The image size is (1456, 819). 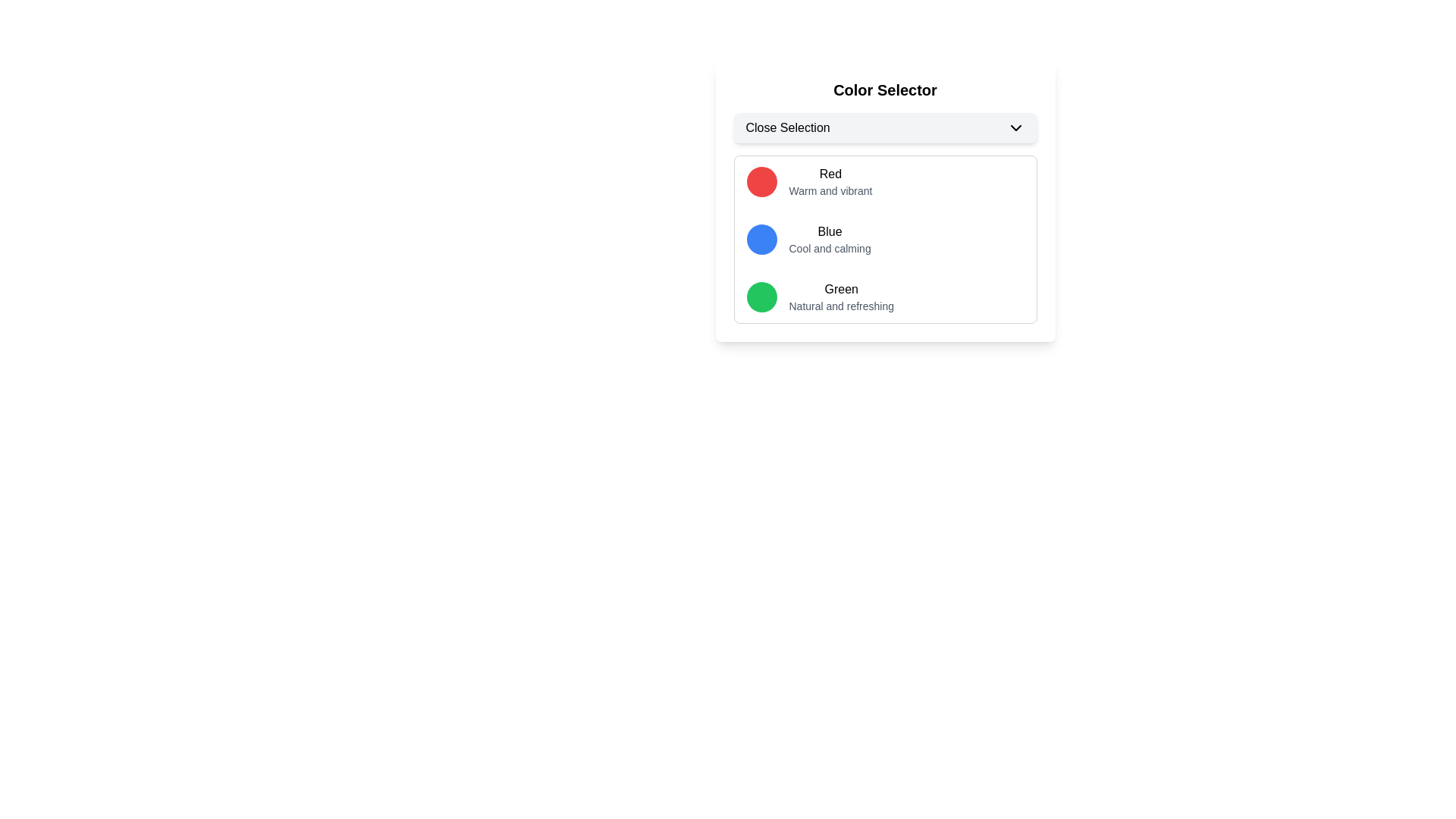 I want to click on the label displaying the name and description for the green color option in the color selection menu, which is the third option in a vertically aligned list under a green circular icon, so click(x=840, y=297).